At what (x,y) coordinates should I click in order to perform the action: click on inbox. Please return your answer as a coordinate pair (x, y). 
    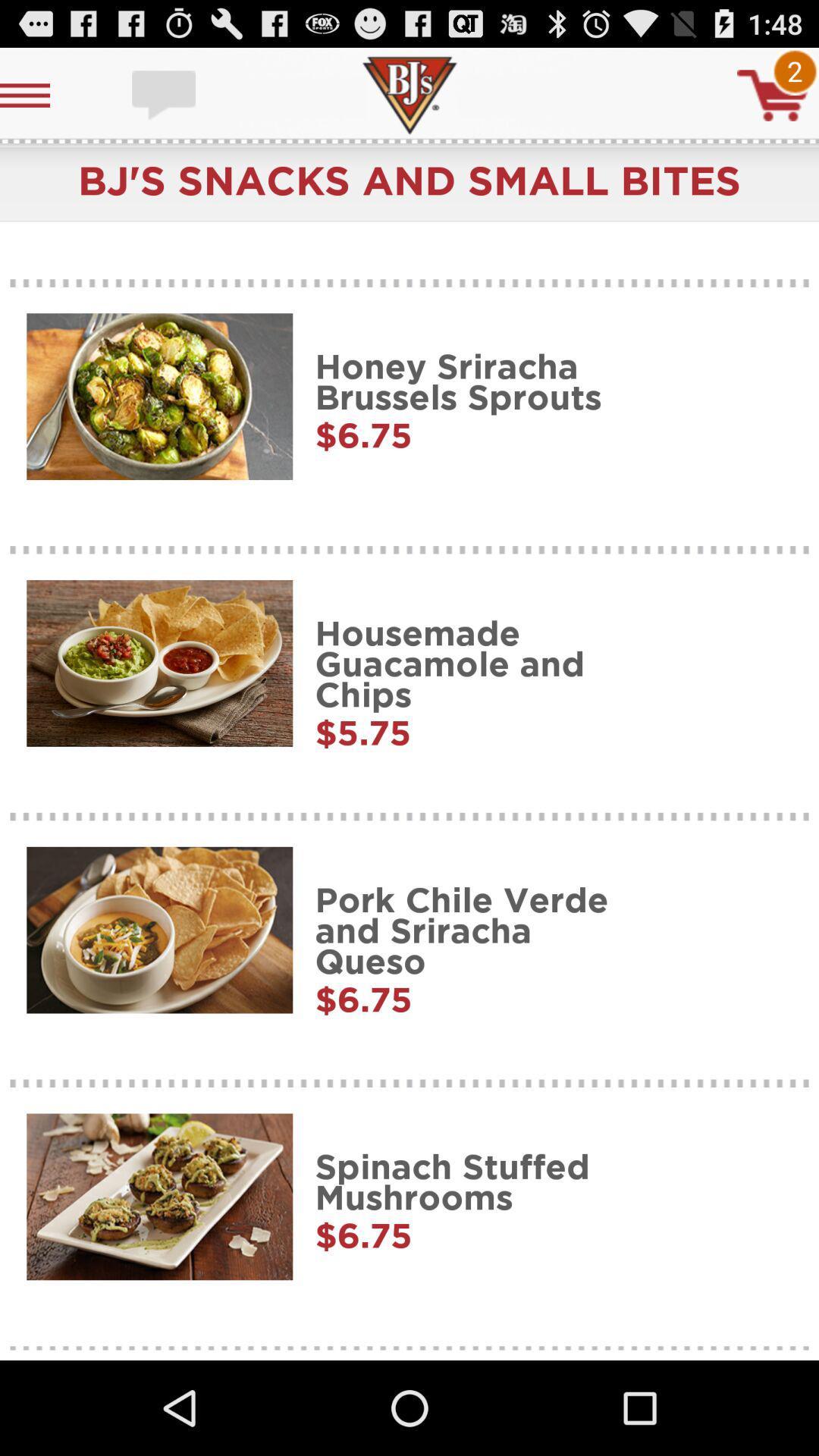
    Looking at the image, I should click on (165, 94).